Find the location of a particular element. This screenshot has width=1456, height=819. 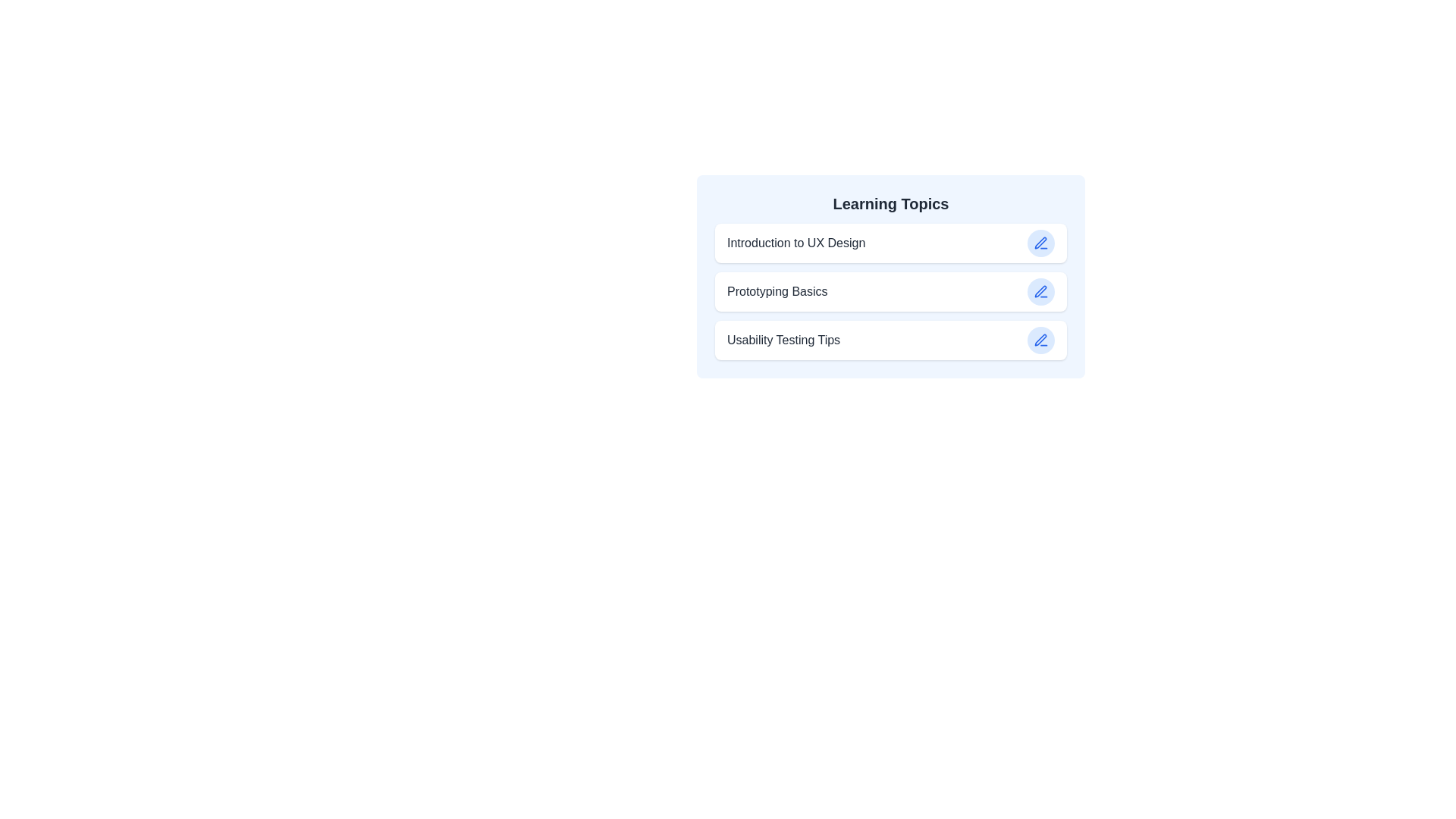

the title of the item Usability Testing Tips is located at coordinates (783, 339).